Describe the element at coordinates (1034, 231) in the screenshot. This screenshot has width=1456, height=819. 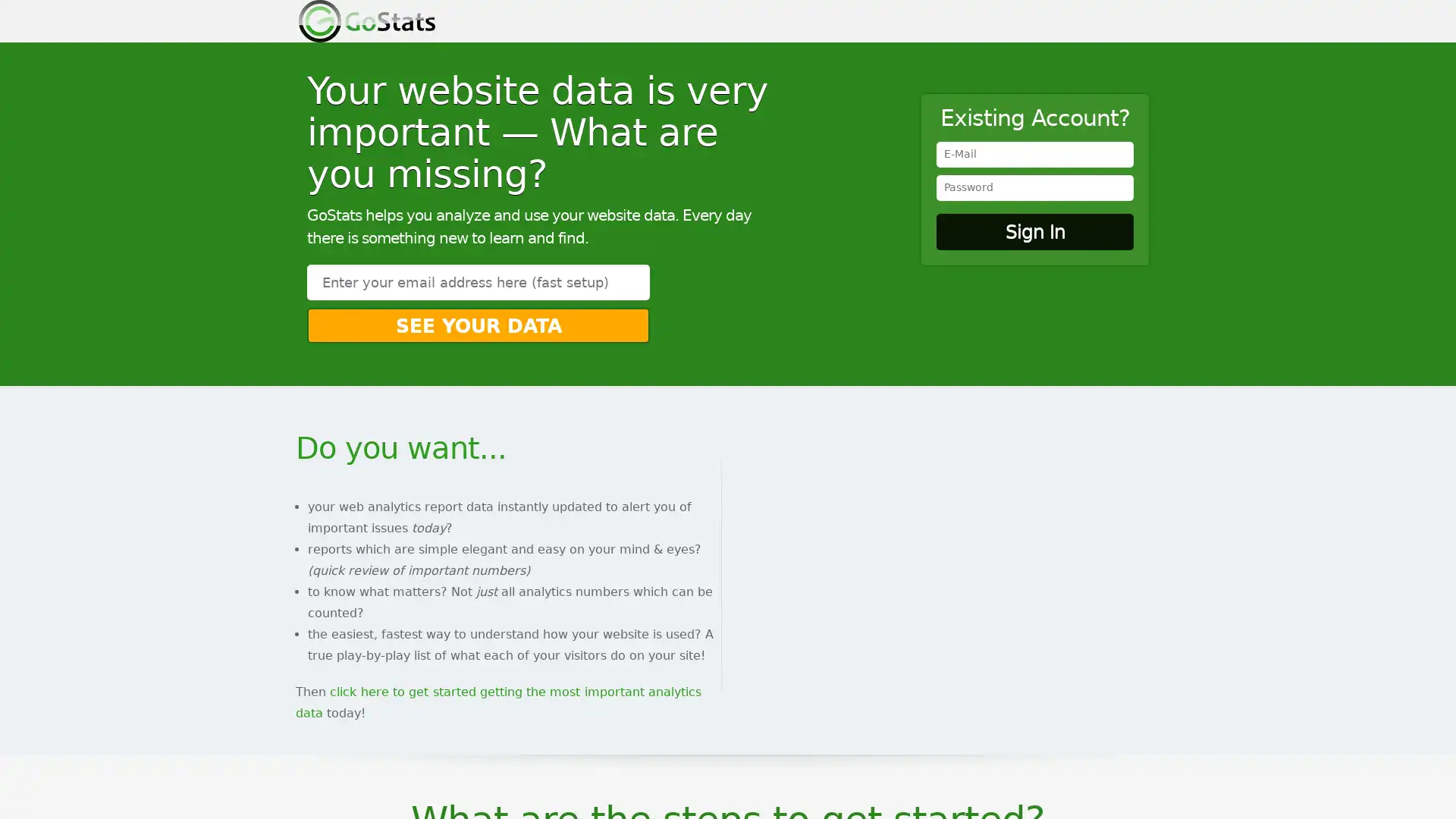
I see `Sign In` at that location.